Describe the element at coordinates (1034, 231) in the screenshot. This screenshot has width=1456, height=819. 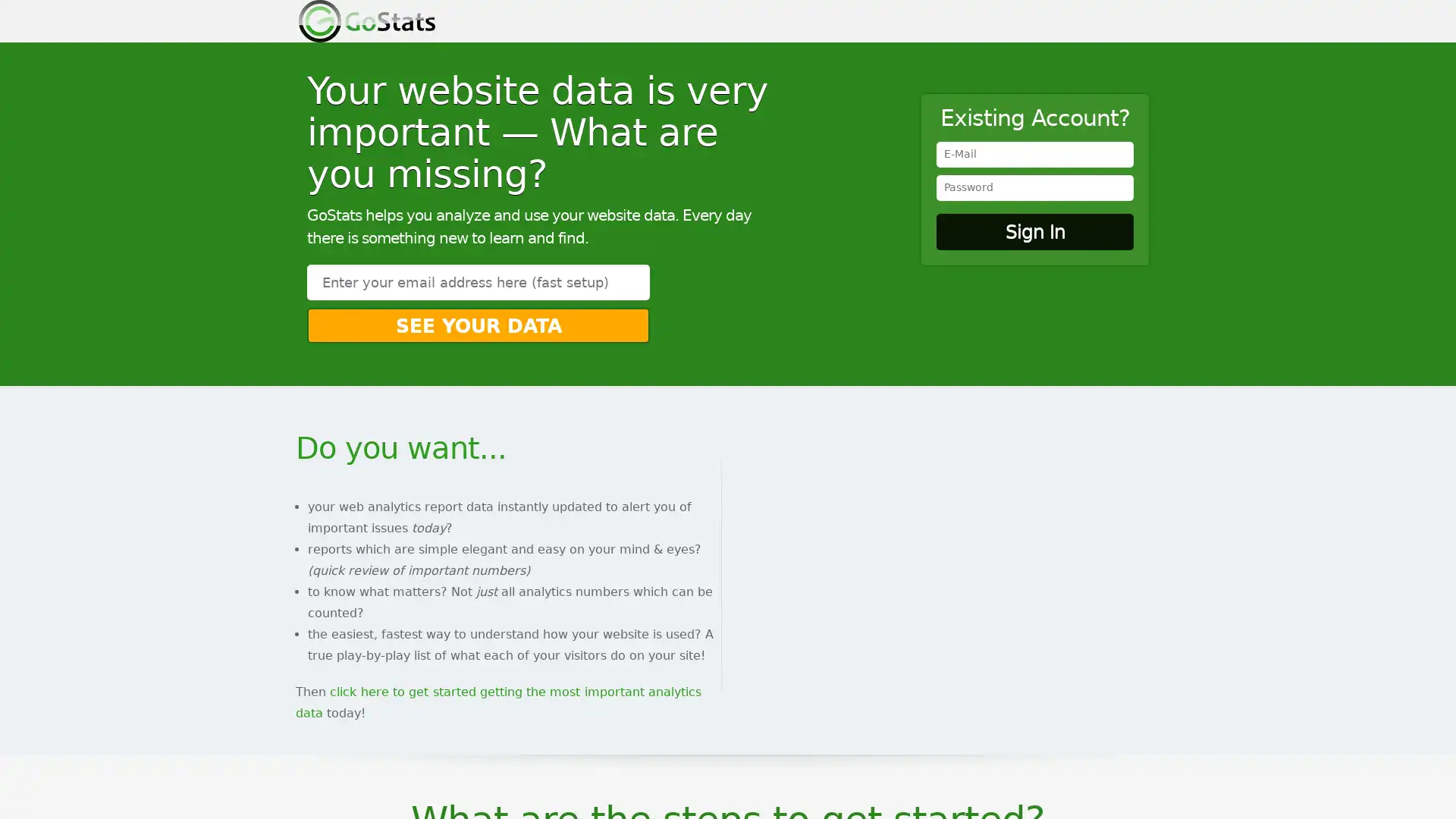
I see `Sign In` at that location.